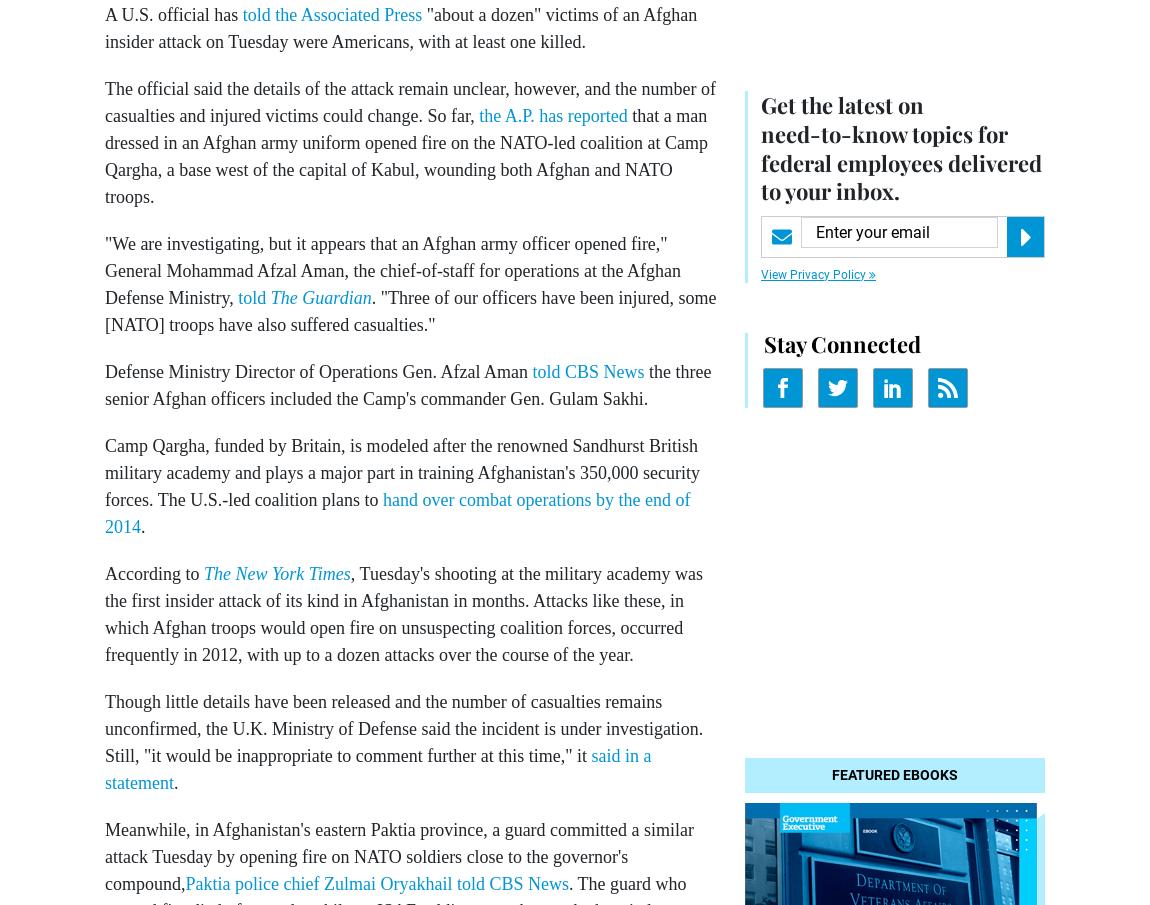 The height and width of the screenshot is (905, 1150). I want to click on 'the three senior Afghan officers included the Camp's commander Gen. Gulam Sakhi.', so click(408, 385).